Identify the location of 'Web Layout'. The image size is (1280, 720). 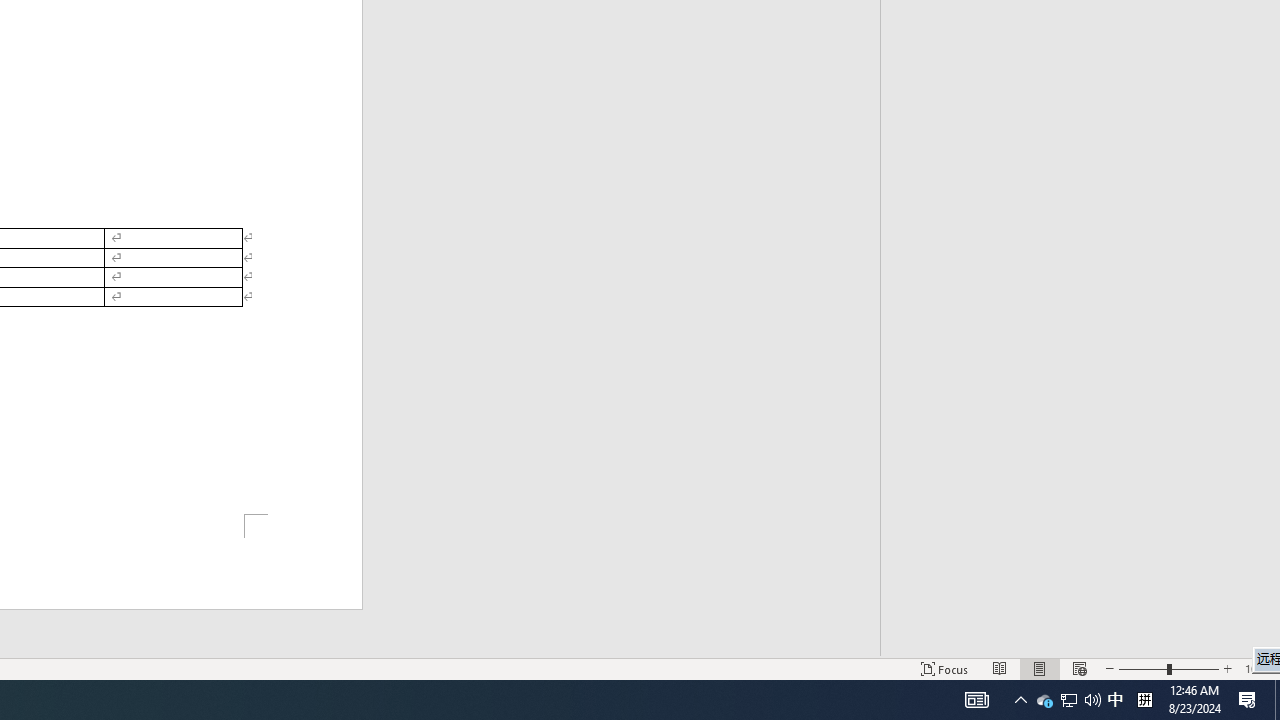
(1078, 669).